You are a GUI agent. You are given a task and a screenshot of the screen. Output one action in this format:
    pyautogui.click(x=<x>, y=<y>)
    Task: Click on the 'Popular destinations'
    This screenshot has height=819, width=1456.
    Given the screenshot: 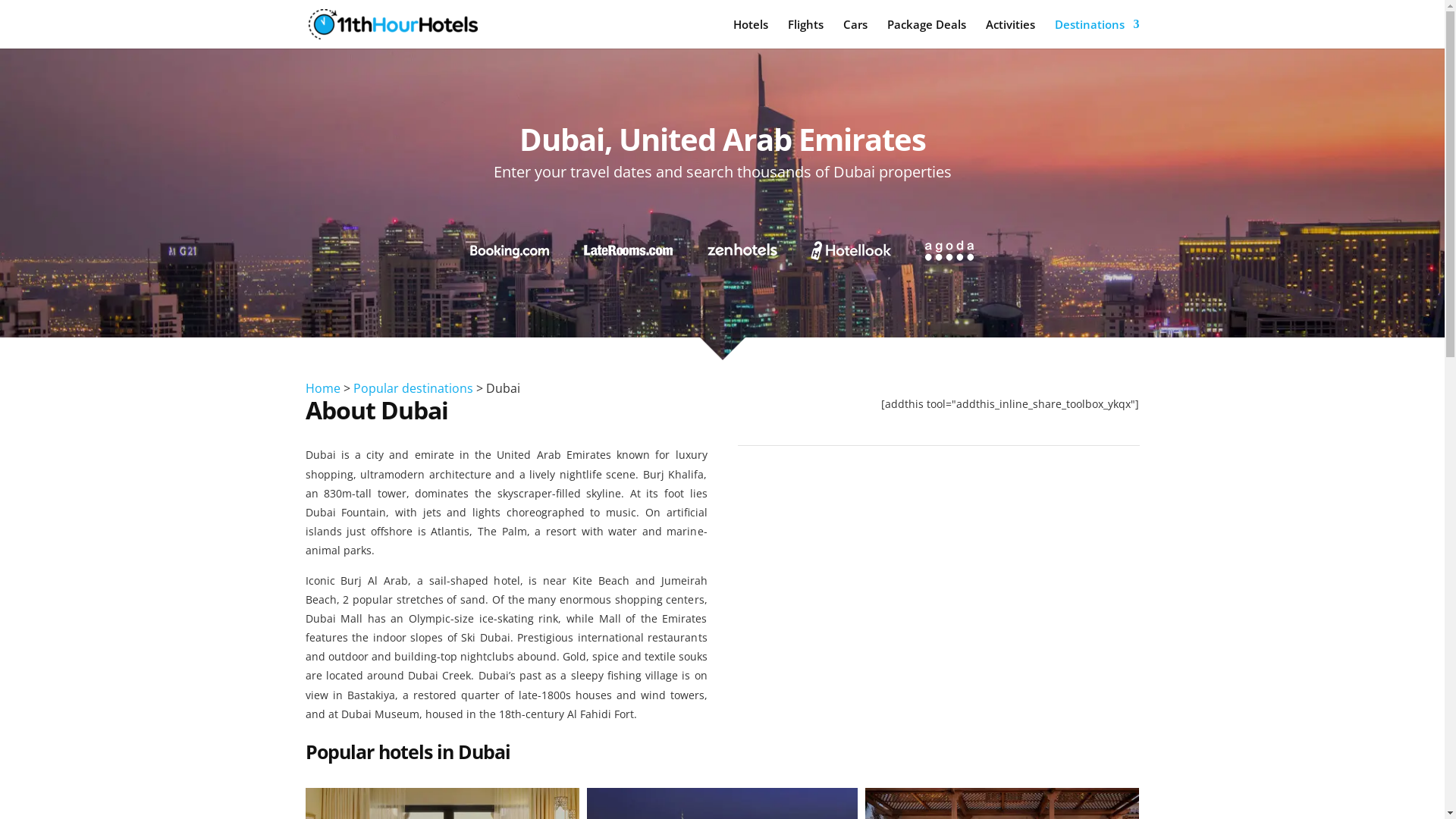 What is the action you would take?
    pyautogui.click(x=352, y=388)
    